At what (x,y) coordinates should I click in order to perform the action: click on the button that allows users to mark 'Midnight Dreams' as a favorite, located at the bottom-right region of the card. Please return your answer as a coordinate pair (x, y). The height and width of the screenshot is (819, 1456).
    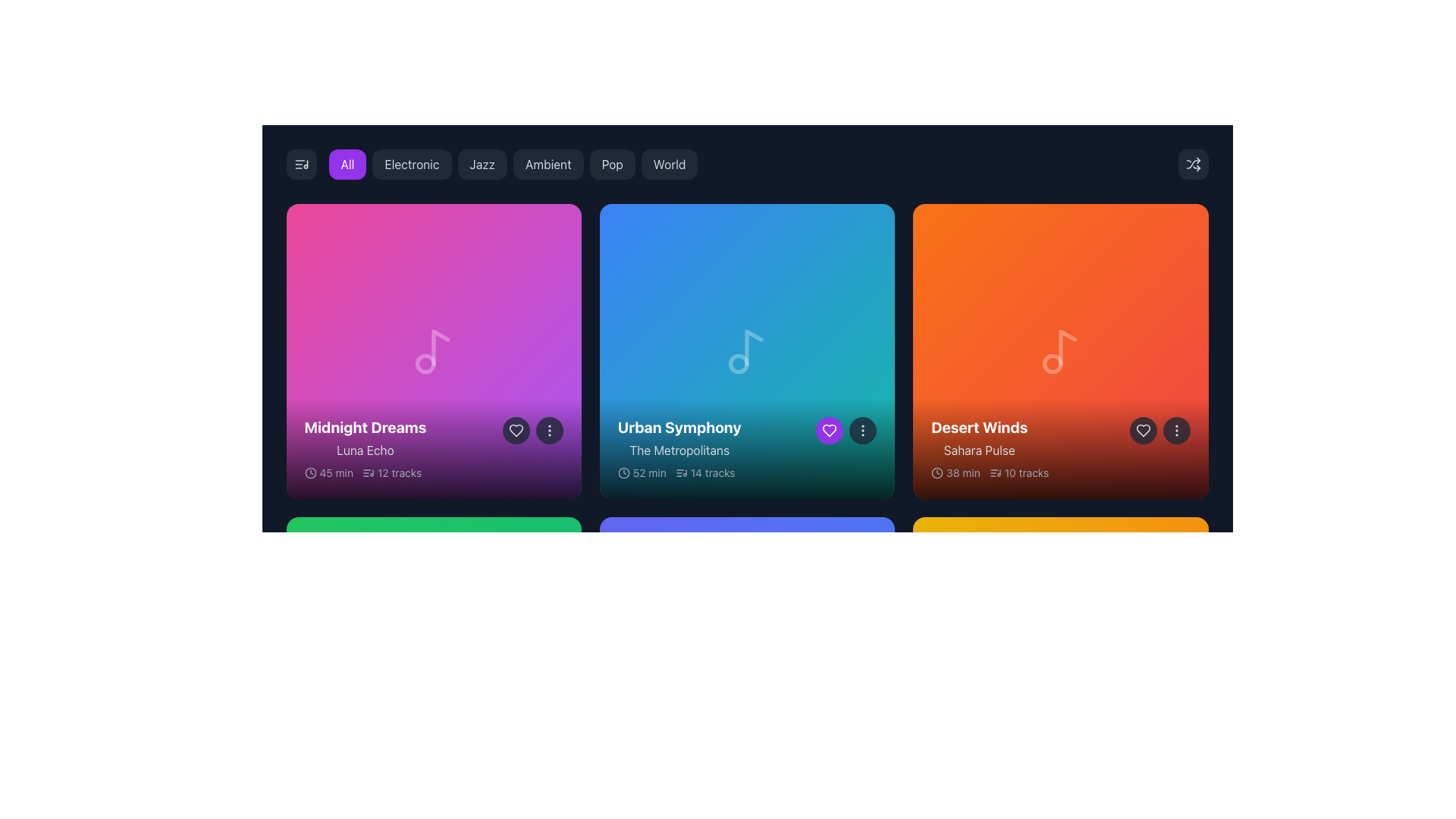
    Looking at the image, I should click on (516, 431).